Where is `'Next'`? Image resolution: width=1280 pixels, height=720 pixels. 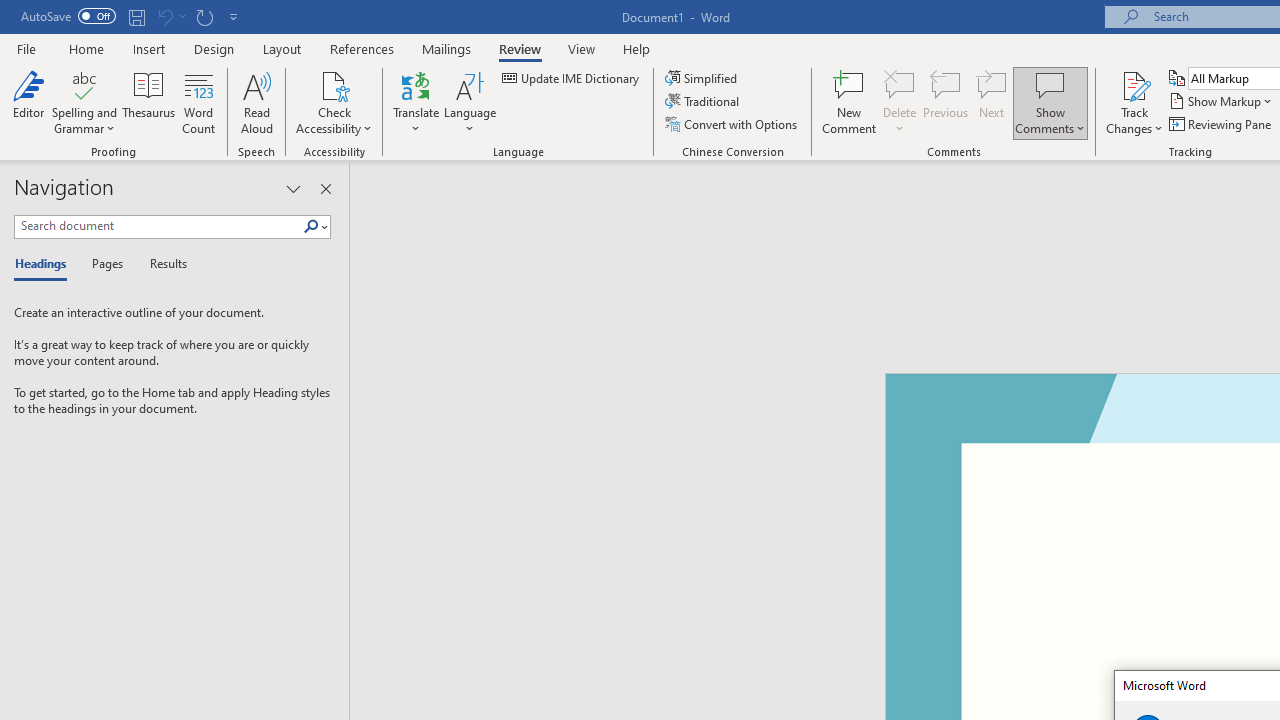
'Next' is located at coordinates (992, 103).